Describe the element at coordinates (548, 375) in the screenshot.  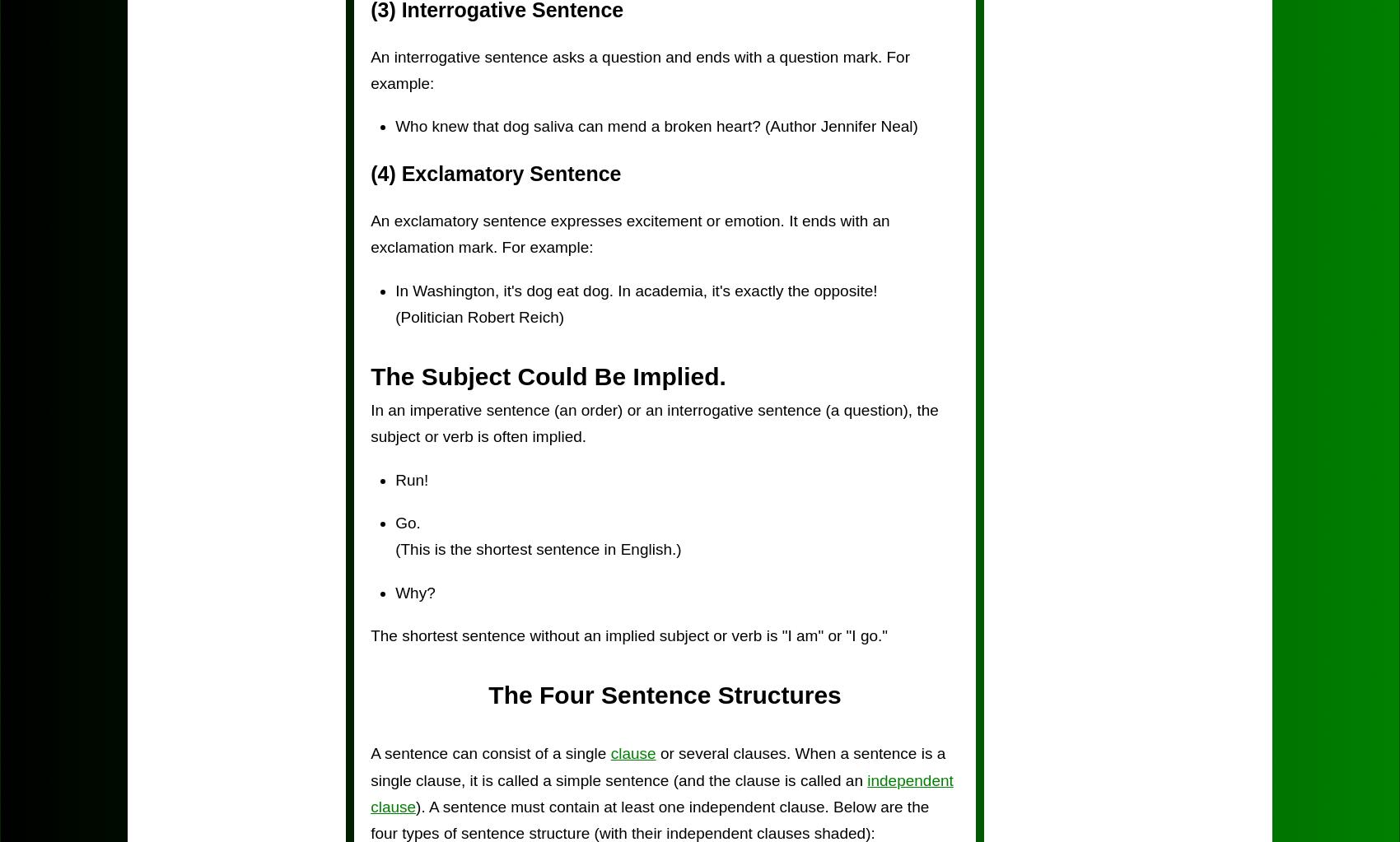
I see `'The Subject Could Be Implied.'` at that location.